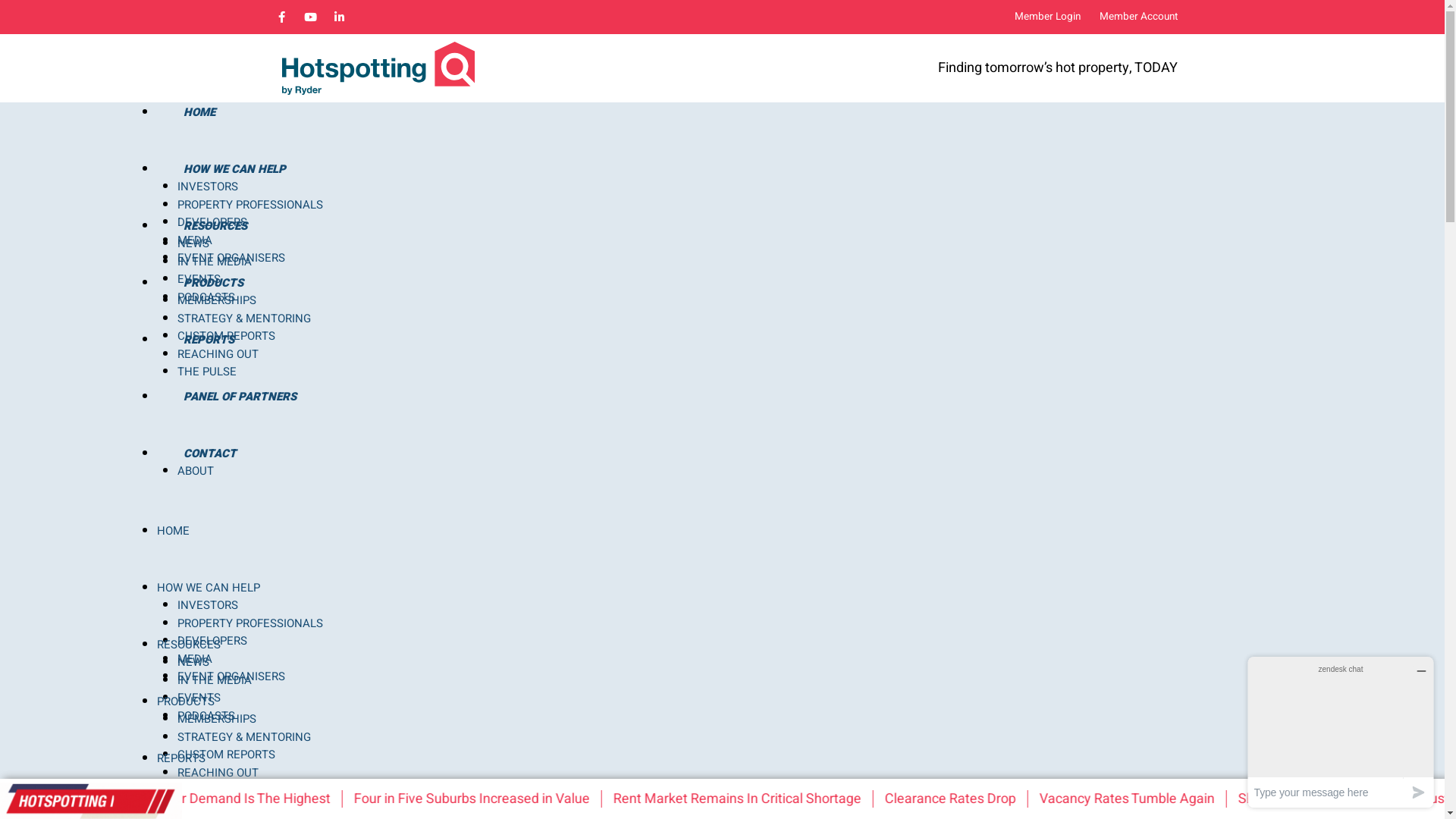 The height and width of the screenshot is (819, 1456). What do you see at coordinates (207, 338) in the screenshot?
I see `'REPORTS'` at bounding box center [207, 338].